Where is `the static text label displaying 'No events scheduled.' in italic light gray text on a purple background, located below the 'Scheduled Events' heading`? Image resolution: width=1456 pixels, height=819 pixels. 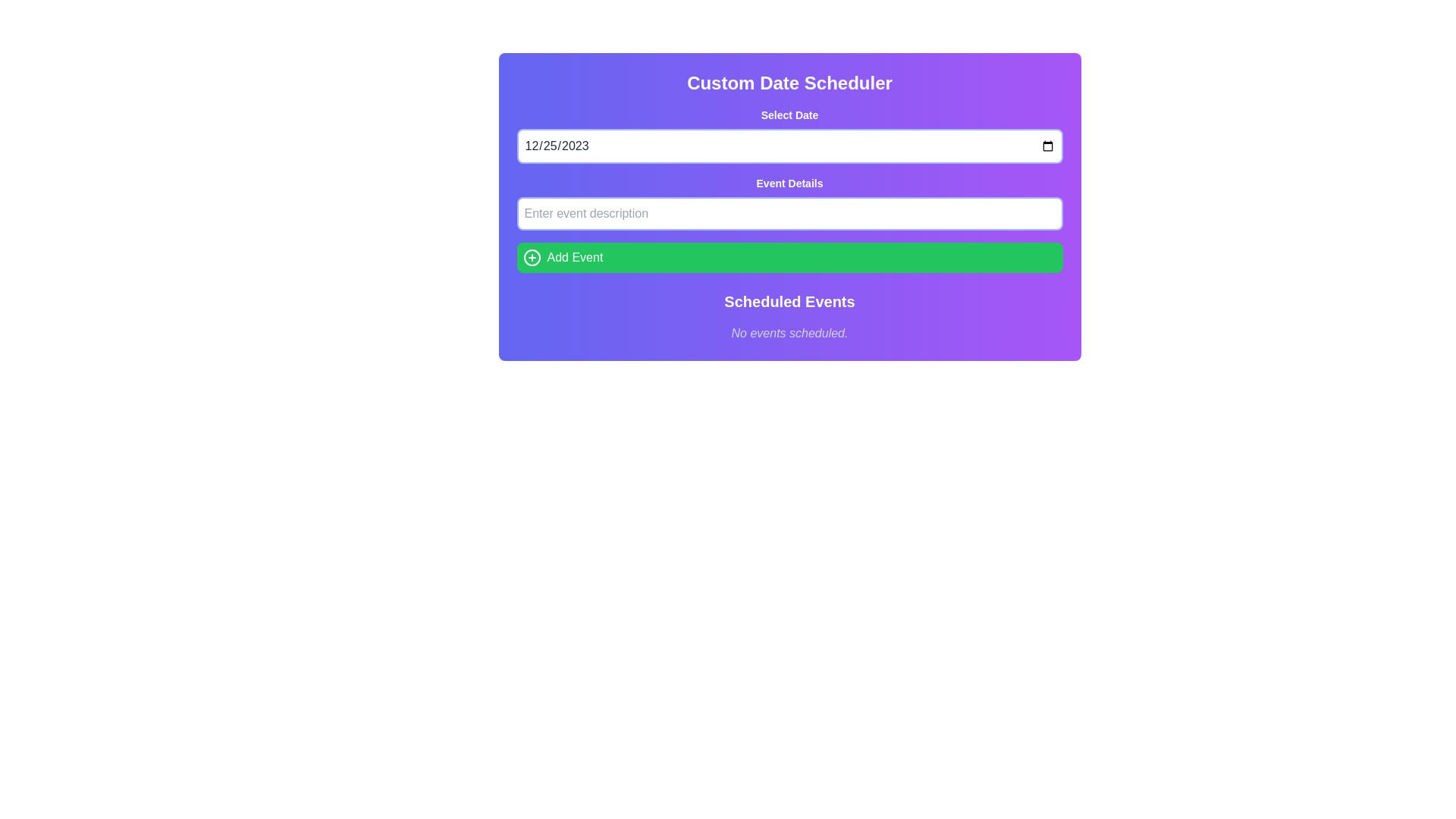
the static text label displaying 'No events scheduled.' in italic light gray text on a purple background, located below the 'Scheduled Events' heading is located at coordinates (789, 332).